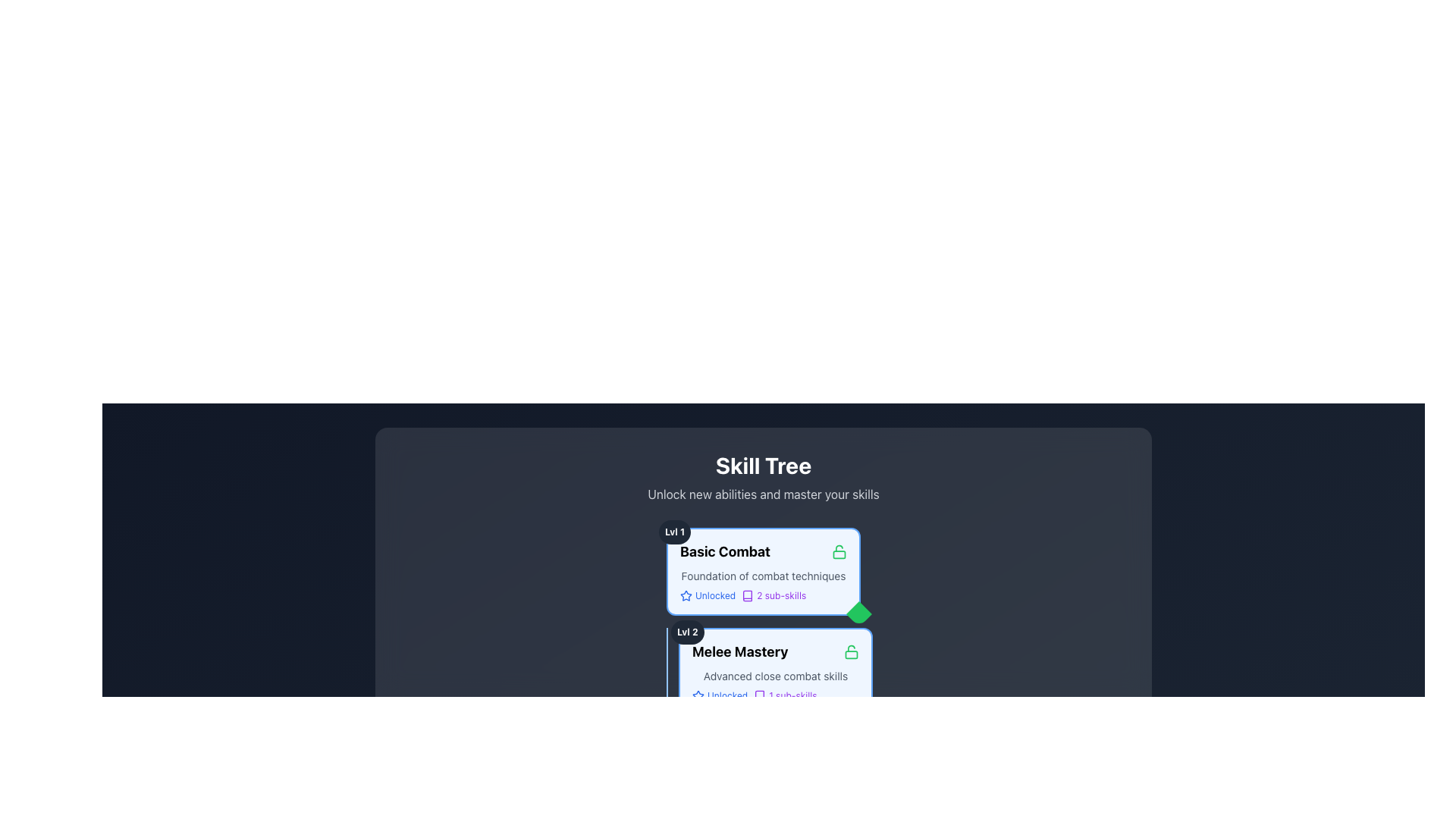 This screenshot has width=1456, height=819. What do you see at coordinates (764, 476) in the screenshot?
I see `Header section titled 'Skill Tree' which includes the subtitle 'Unlock new abilities and master your skills'` at bounding box center [764, 476].